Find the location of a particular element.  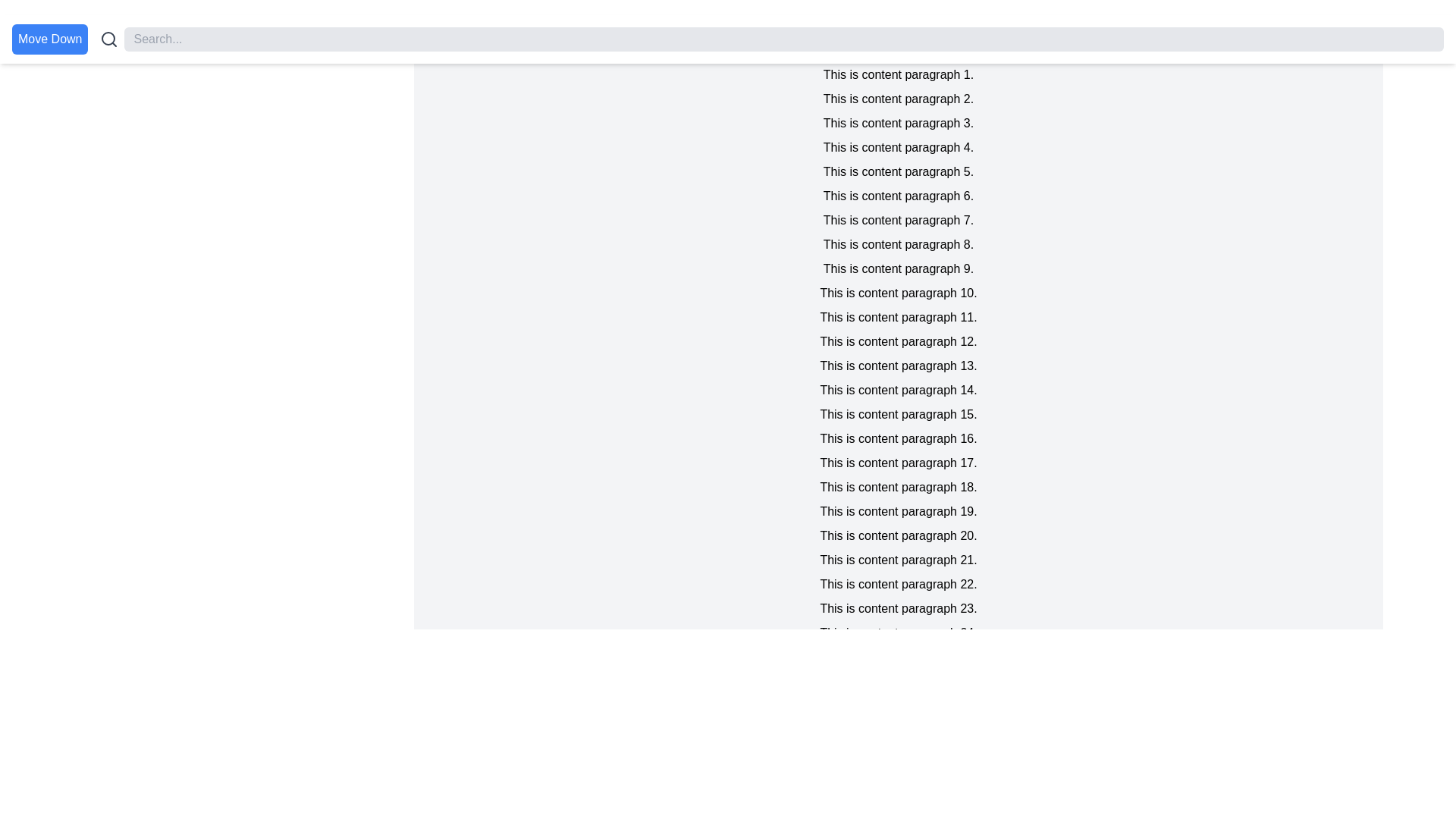

the 11th paragraph text element within the 'Content' section, which displays non-interactive text content is located at coordinates (899, 317).